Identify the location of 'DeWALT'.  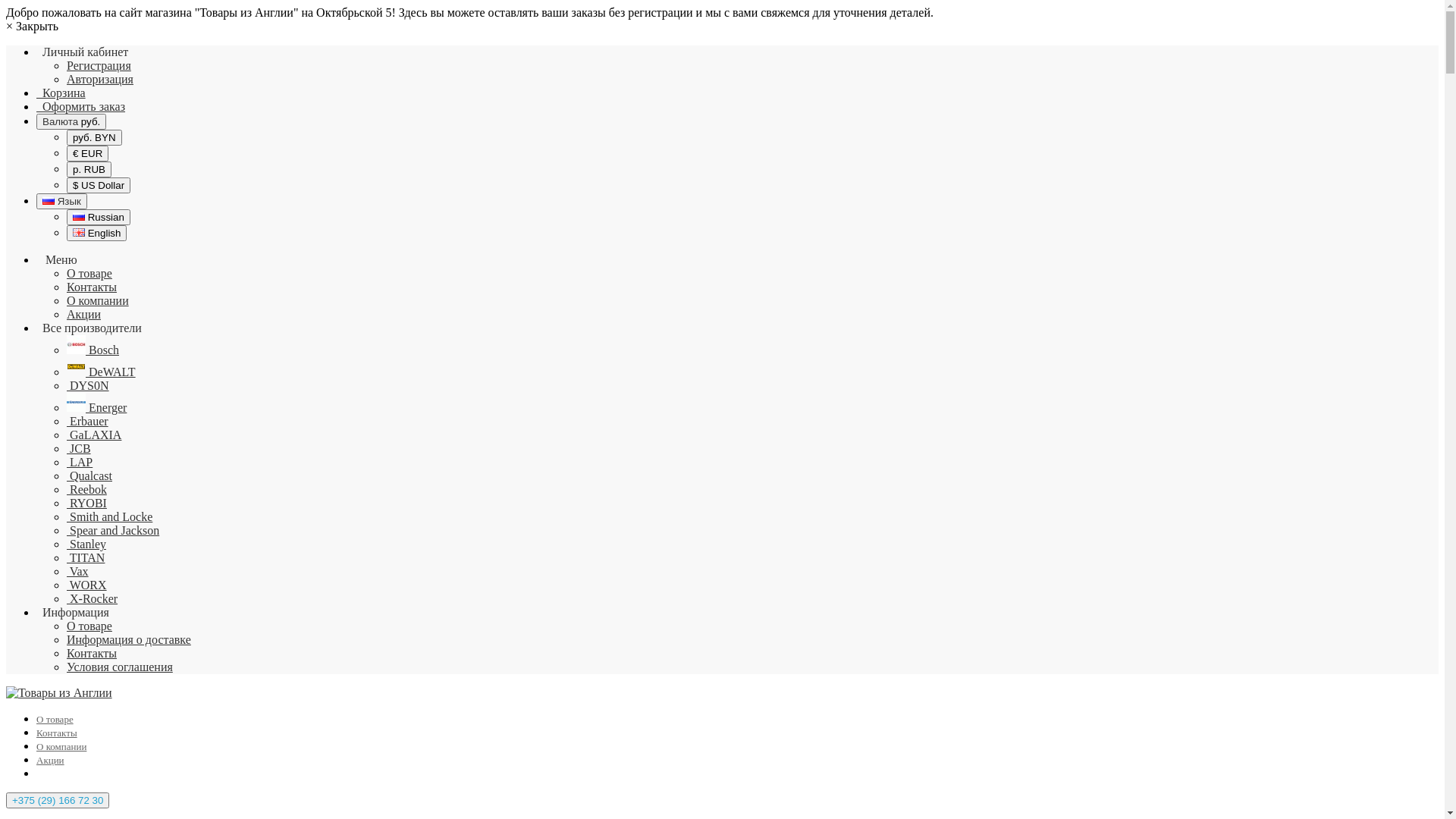
(100, 372).